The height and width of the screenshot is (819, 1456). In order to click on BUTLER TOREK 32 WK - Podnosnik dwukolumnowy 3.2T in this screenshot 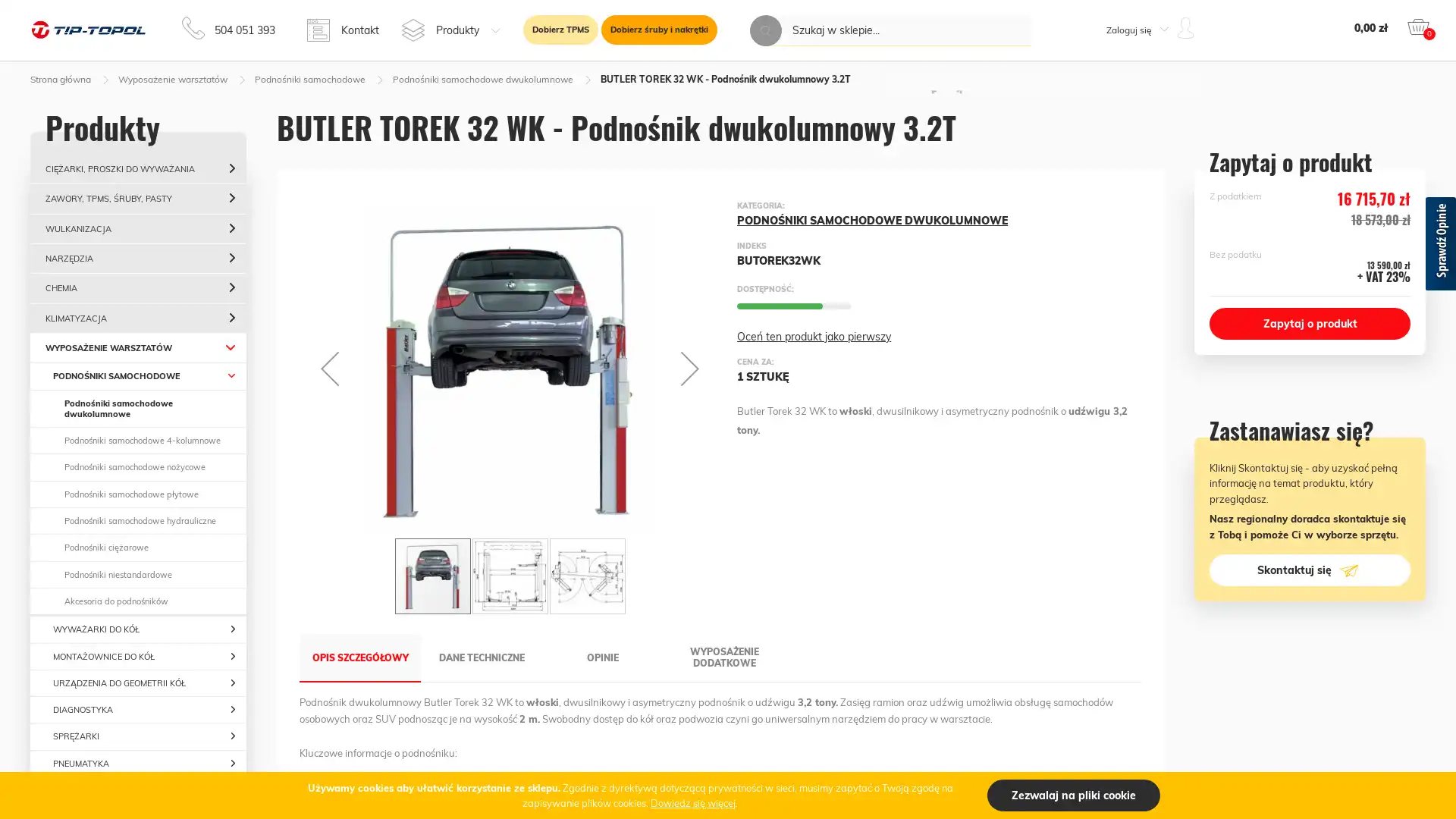, I will do `click(432, 576)`.